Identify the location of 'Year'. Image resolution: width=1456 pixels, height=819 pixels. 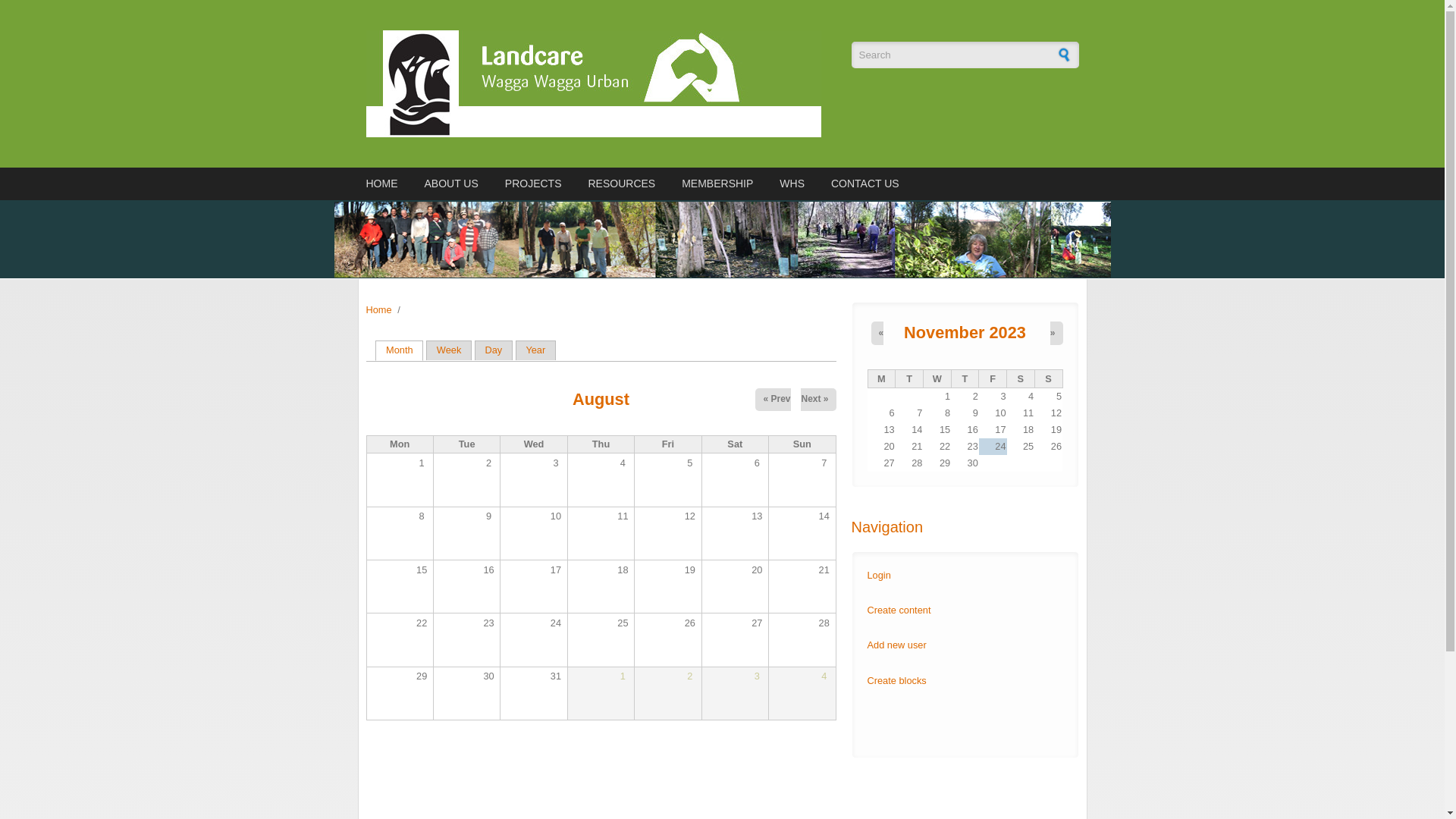
(535, 350).